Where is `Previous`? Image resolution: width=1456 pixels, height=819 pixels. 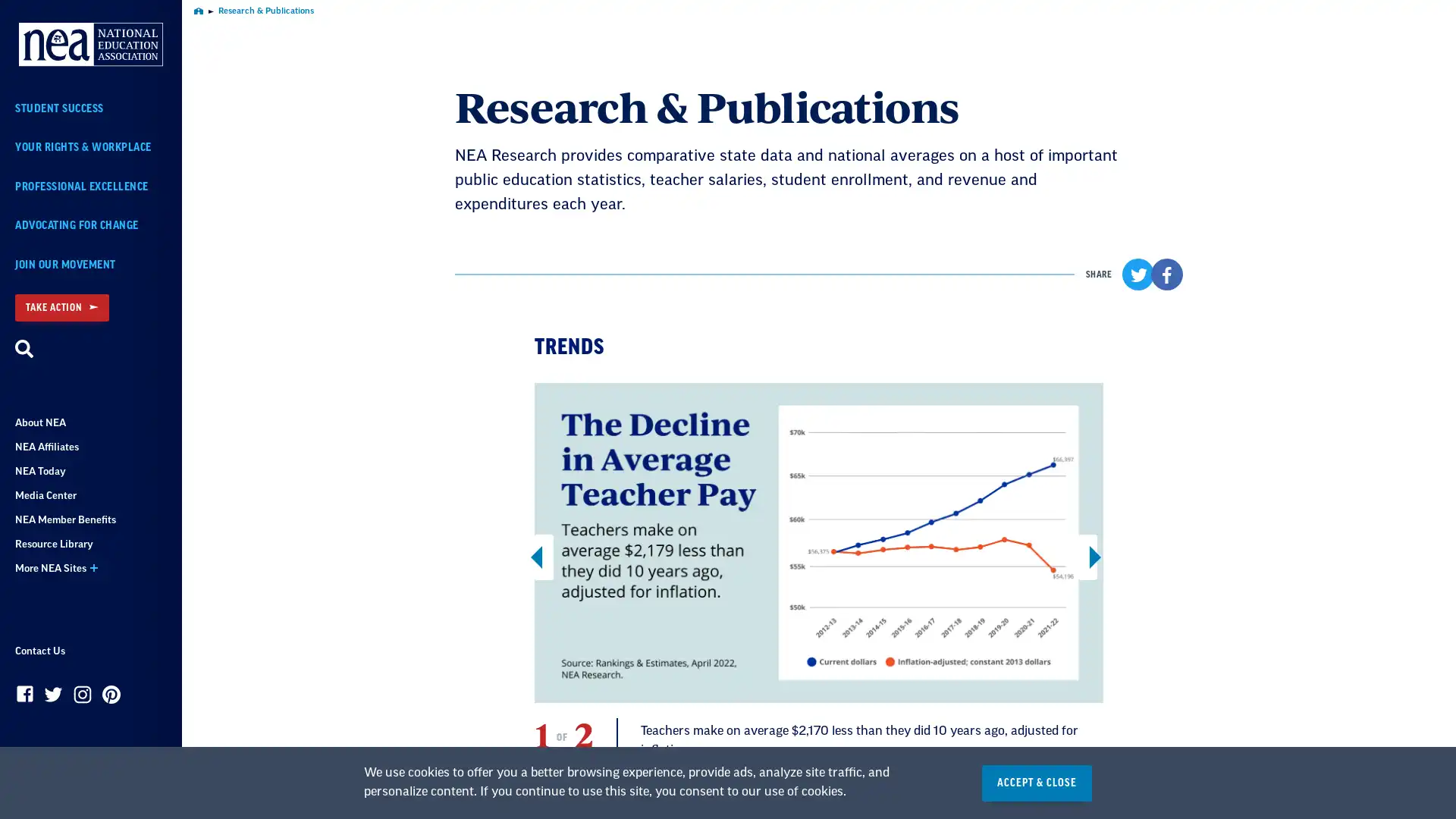
Previous is located at coordinates (544, 556).